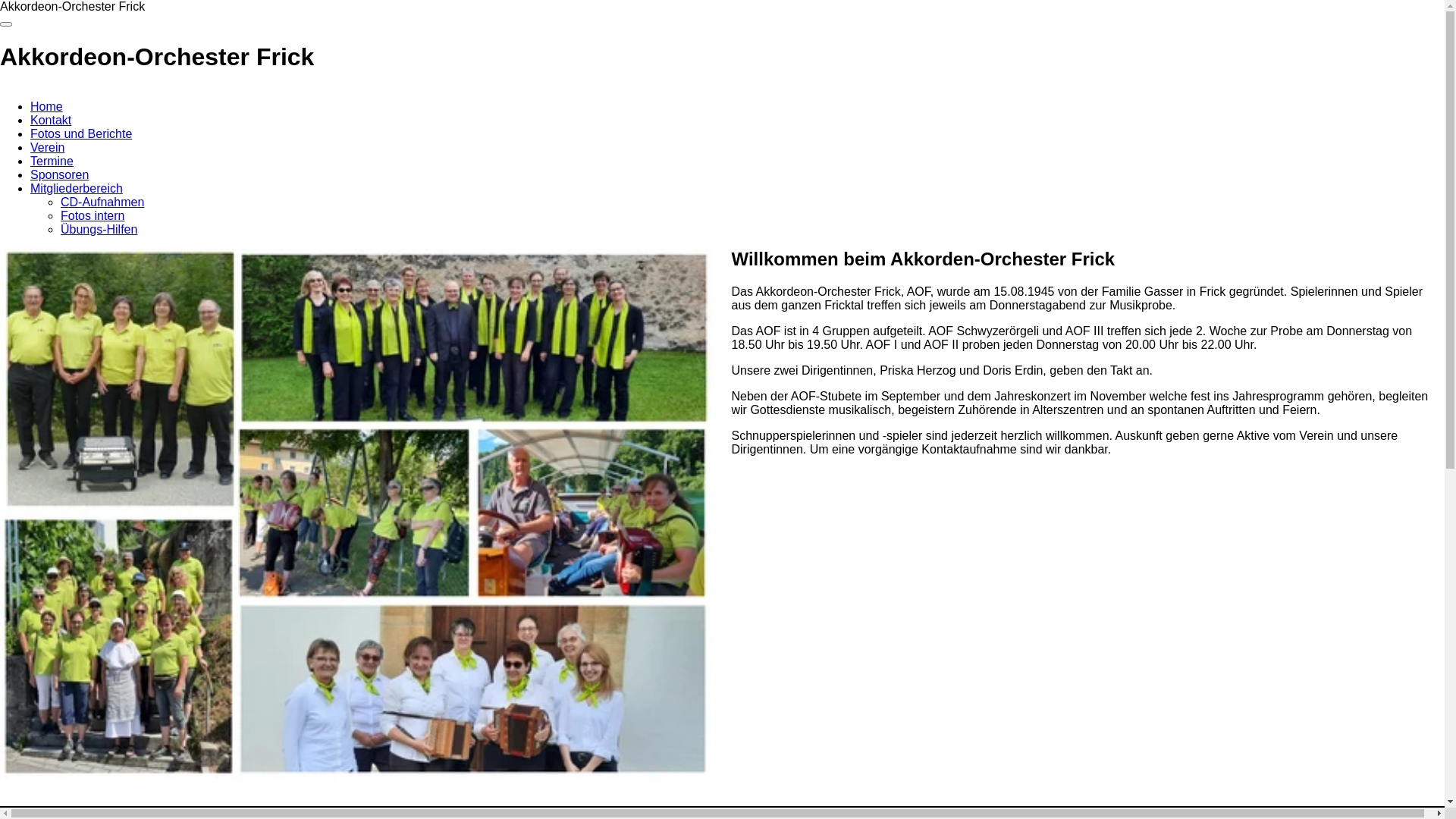 This screenshot has height=819, width=1456. I want to click on 'Fotos und Berichte', so click(30, 133).